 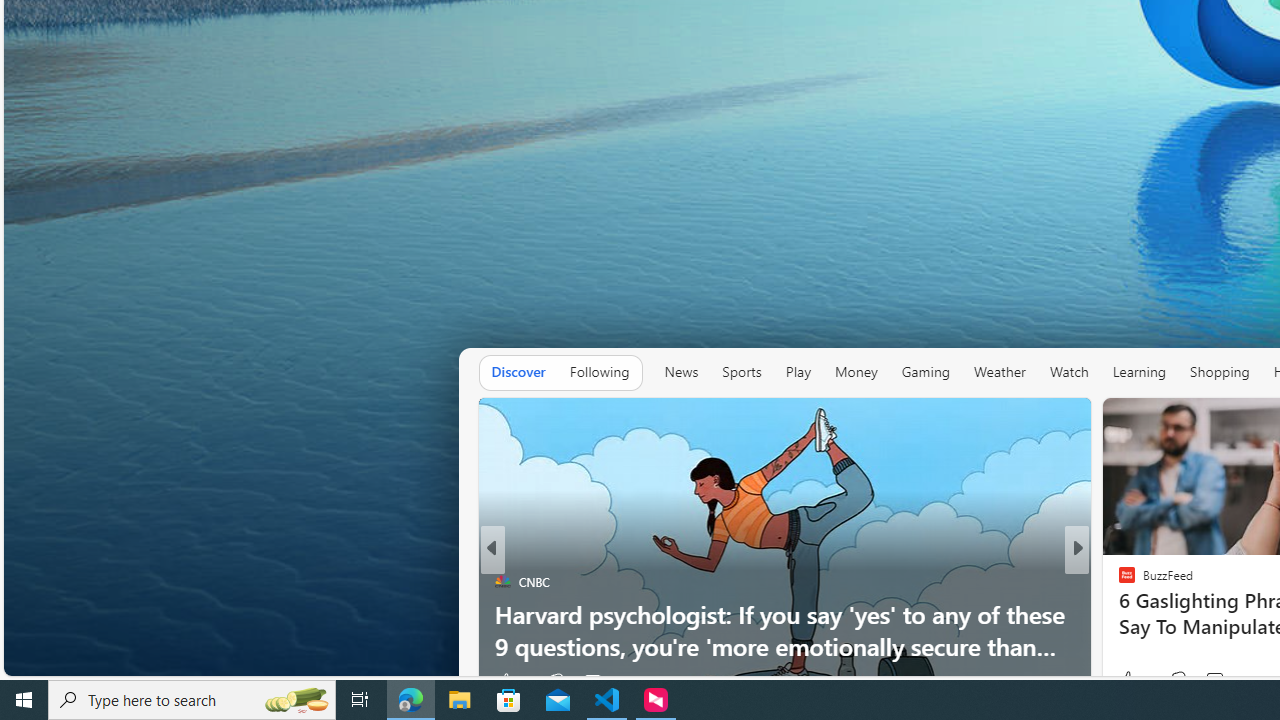 I want to click on '42 Like', so click(x=1128, y=680).